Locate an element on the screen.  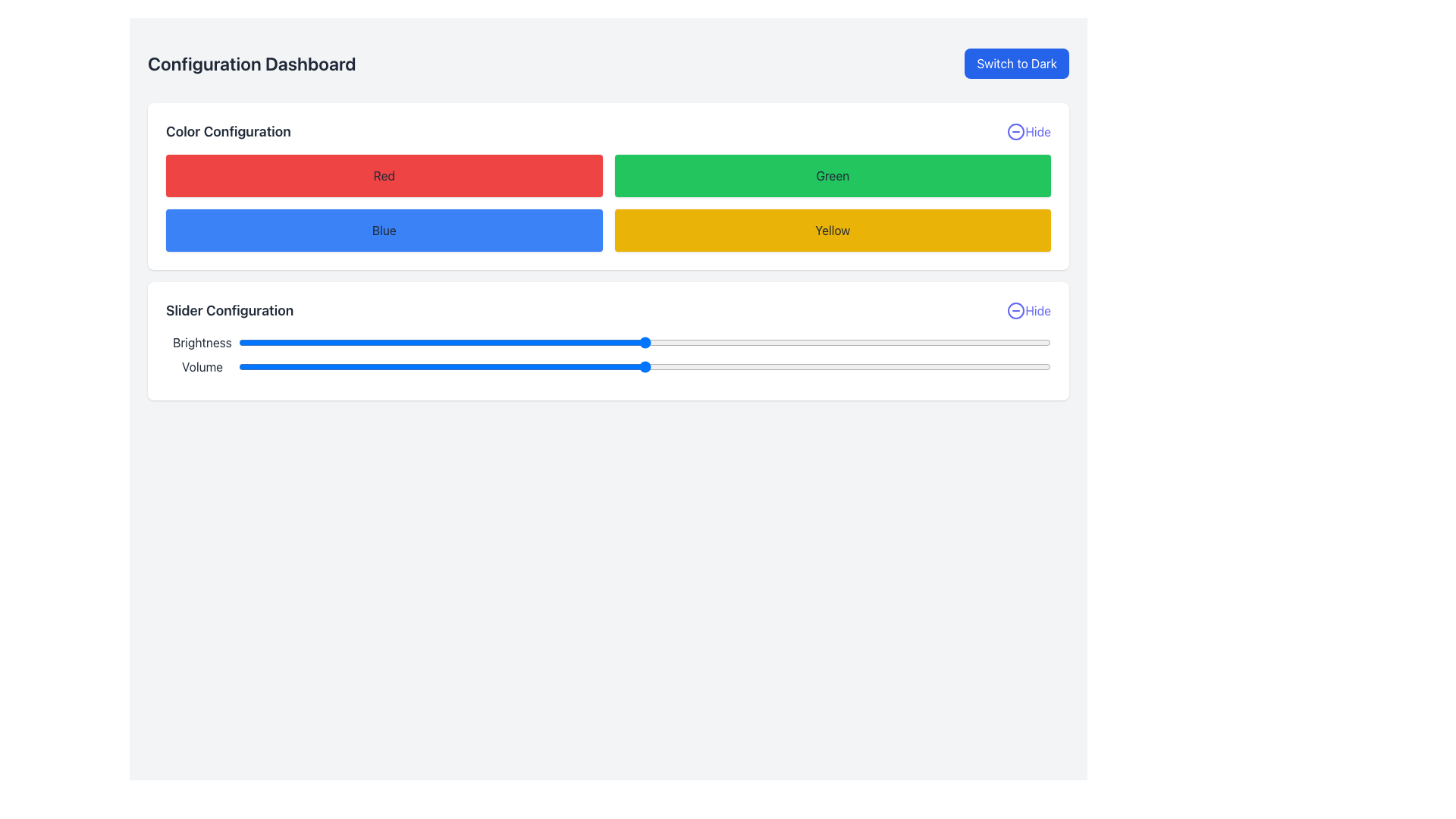
the brightness level is located at coordinates (653, 342).